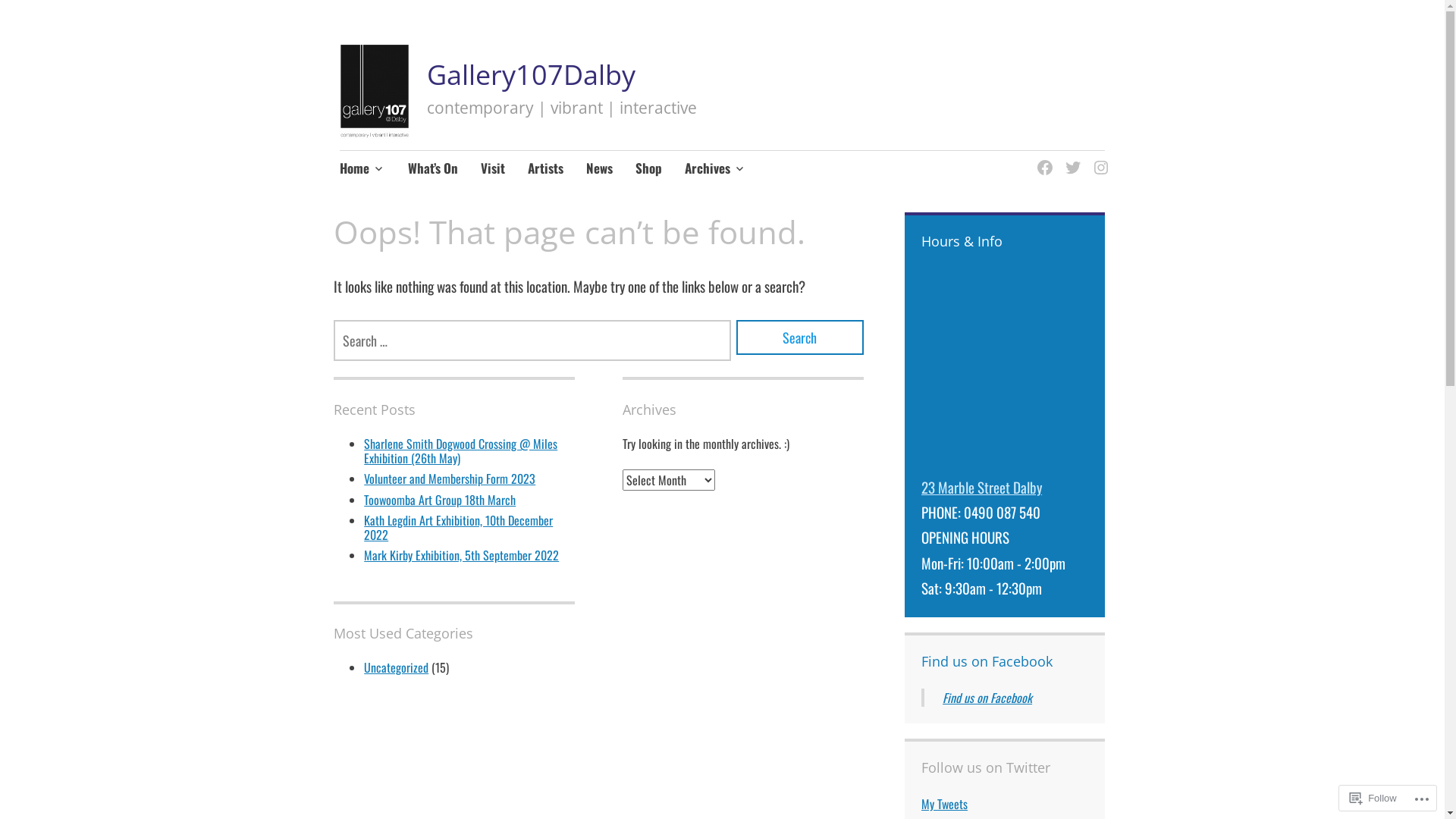  Describe the element at coordinates (987, 698) in the screenshot. I see `'Find us on Facebook'` at that location.